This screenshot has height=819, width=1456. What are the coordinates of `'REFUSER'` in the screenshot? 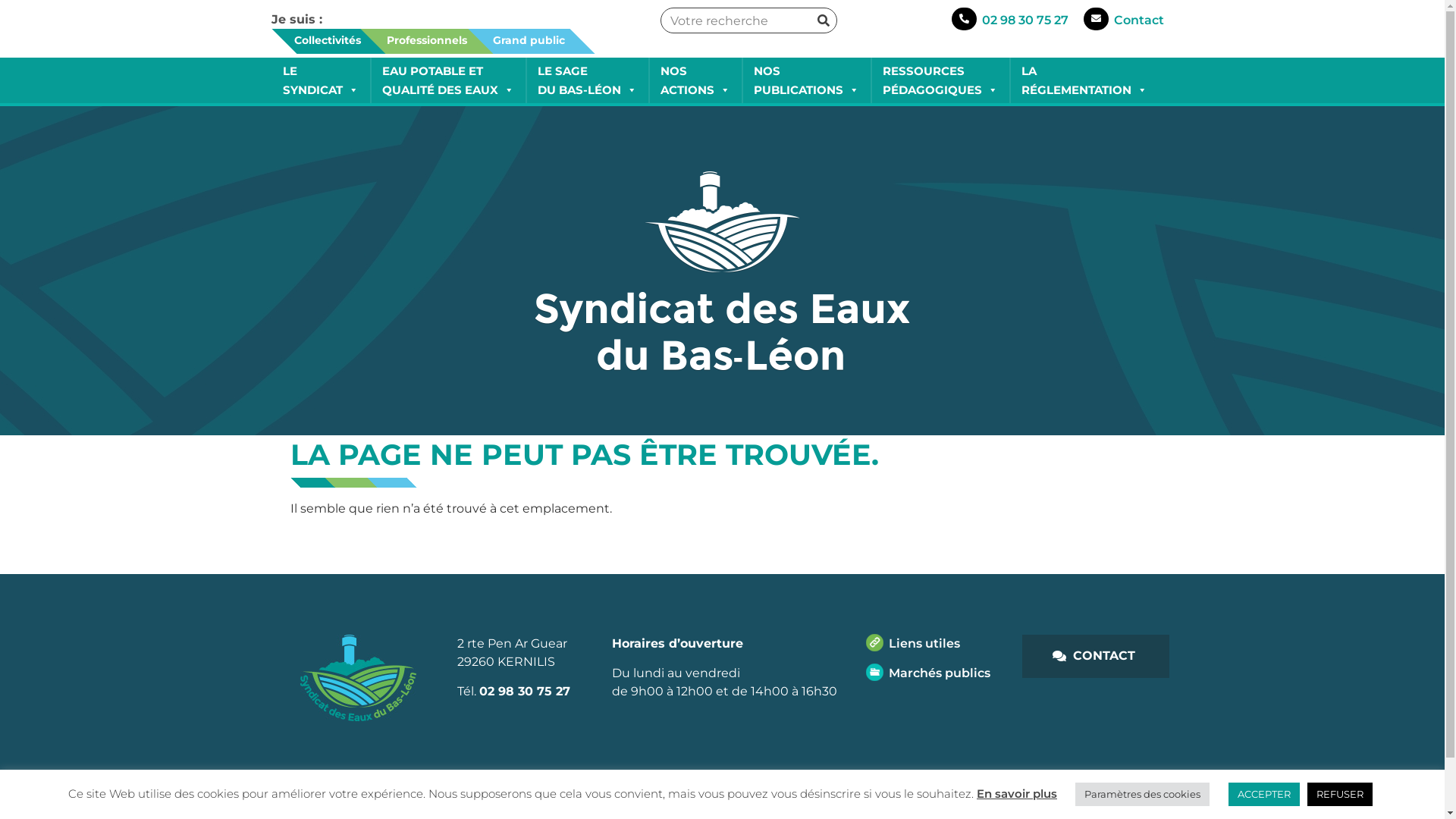 It's located at (1339, 793).